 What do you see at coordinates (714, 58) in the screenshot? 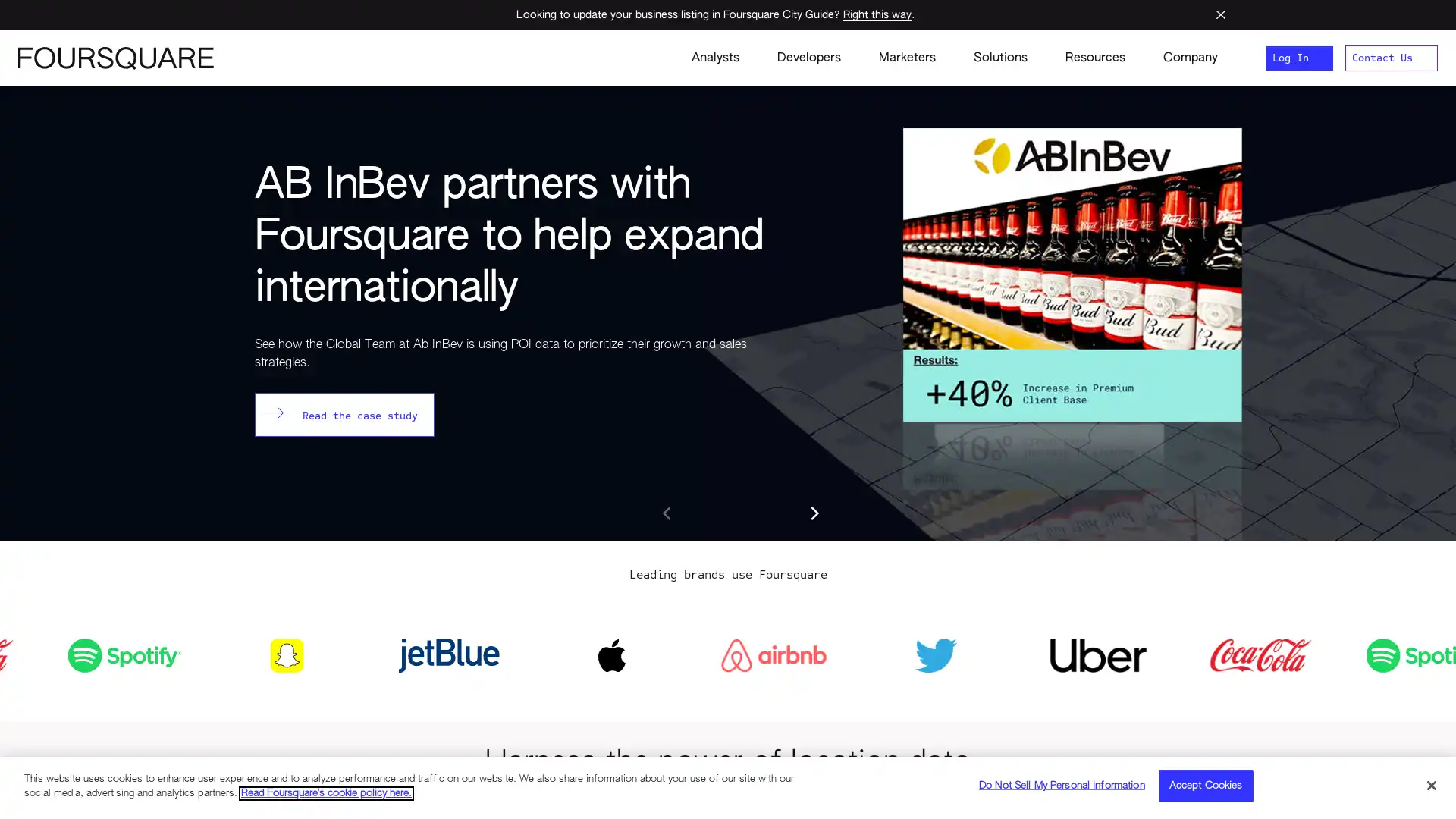
I see `Analysts` at bounding box center [714, 58].